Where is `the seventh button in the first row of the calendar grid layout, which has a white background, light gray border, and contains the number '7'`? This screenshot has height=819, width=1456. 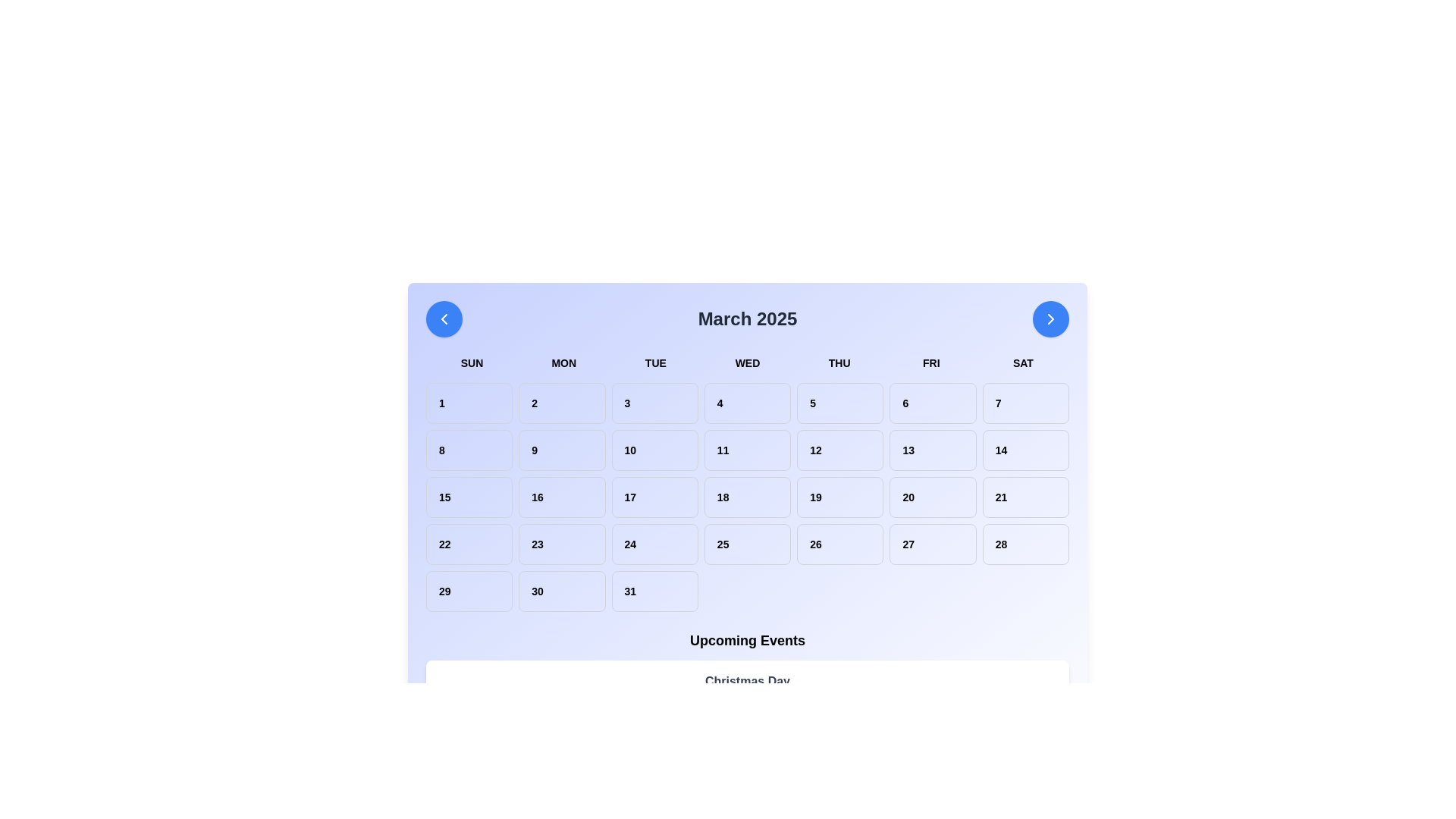
the seventh button in the first row of the calendar grid layout, which has a white background, light gray border, and contains the number '7' is located at coordinates (1025, 403).